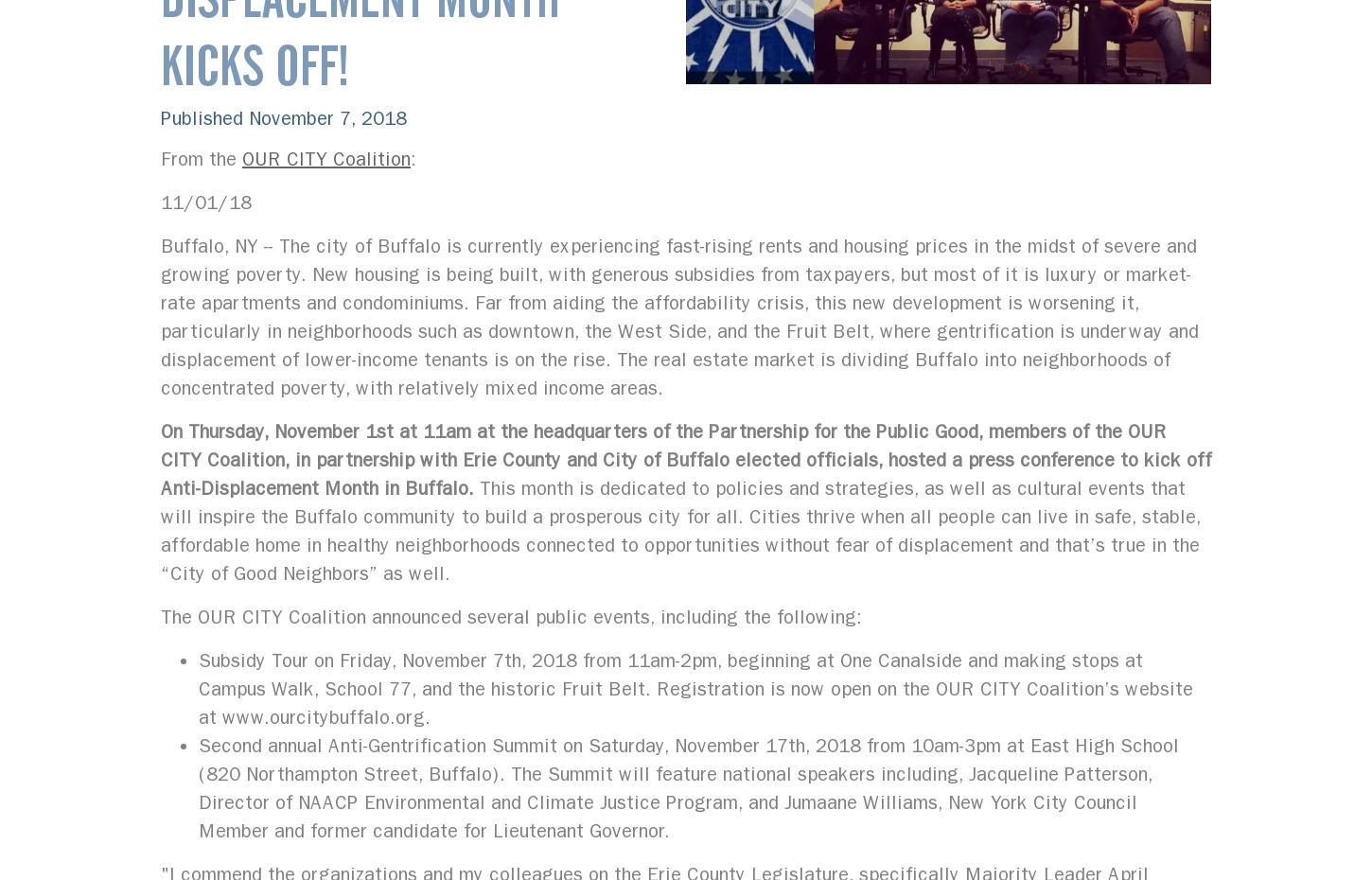  What do you see at coordinates (413, 158) in the screenshot?
I see `':'` at bounding box center [413, 158].